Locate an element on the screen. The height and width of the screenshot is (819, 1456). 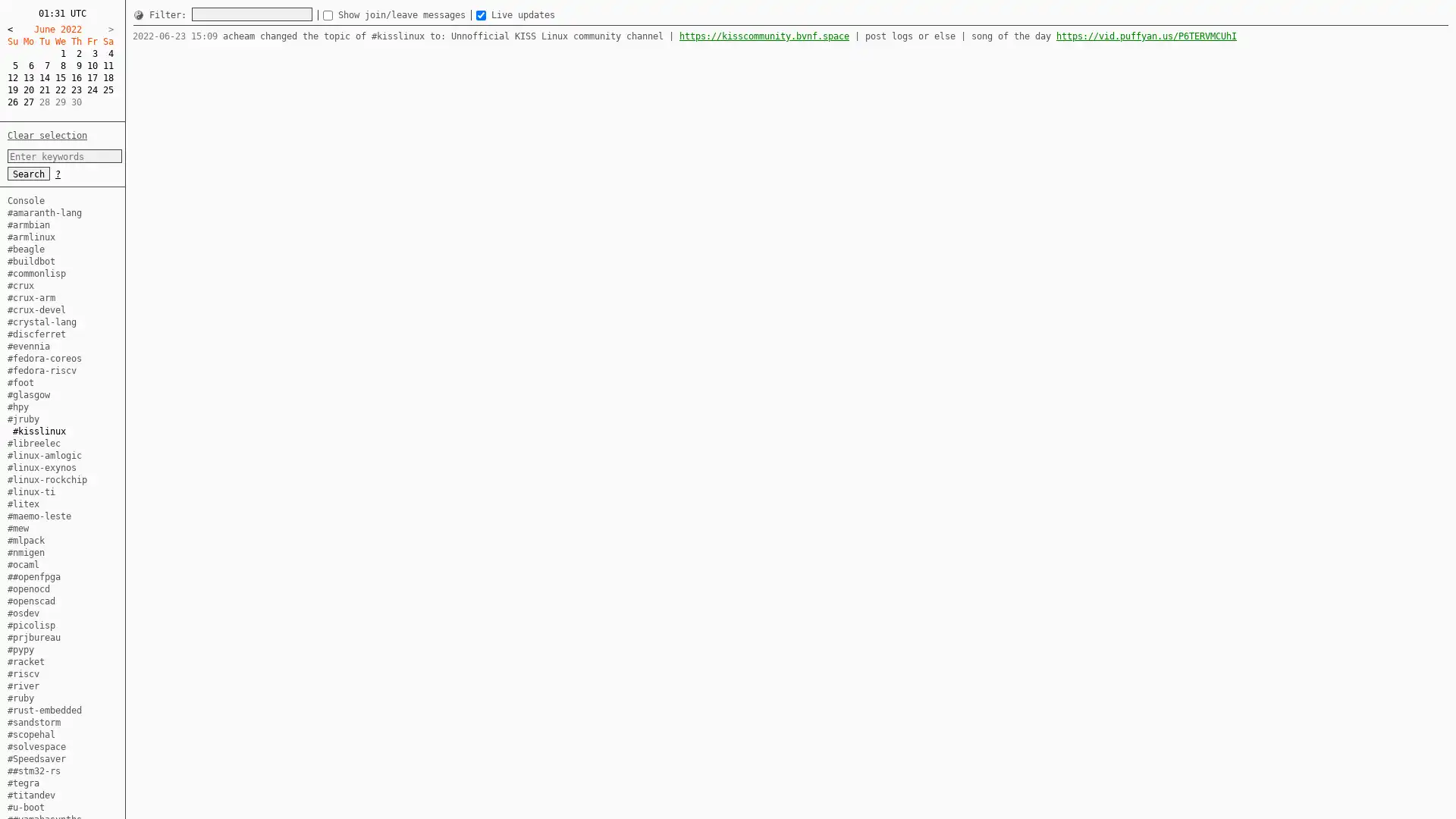
Search is located at coordinates (29, 172).